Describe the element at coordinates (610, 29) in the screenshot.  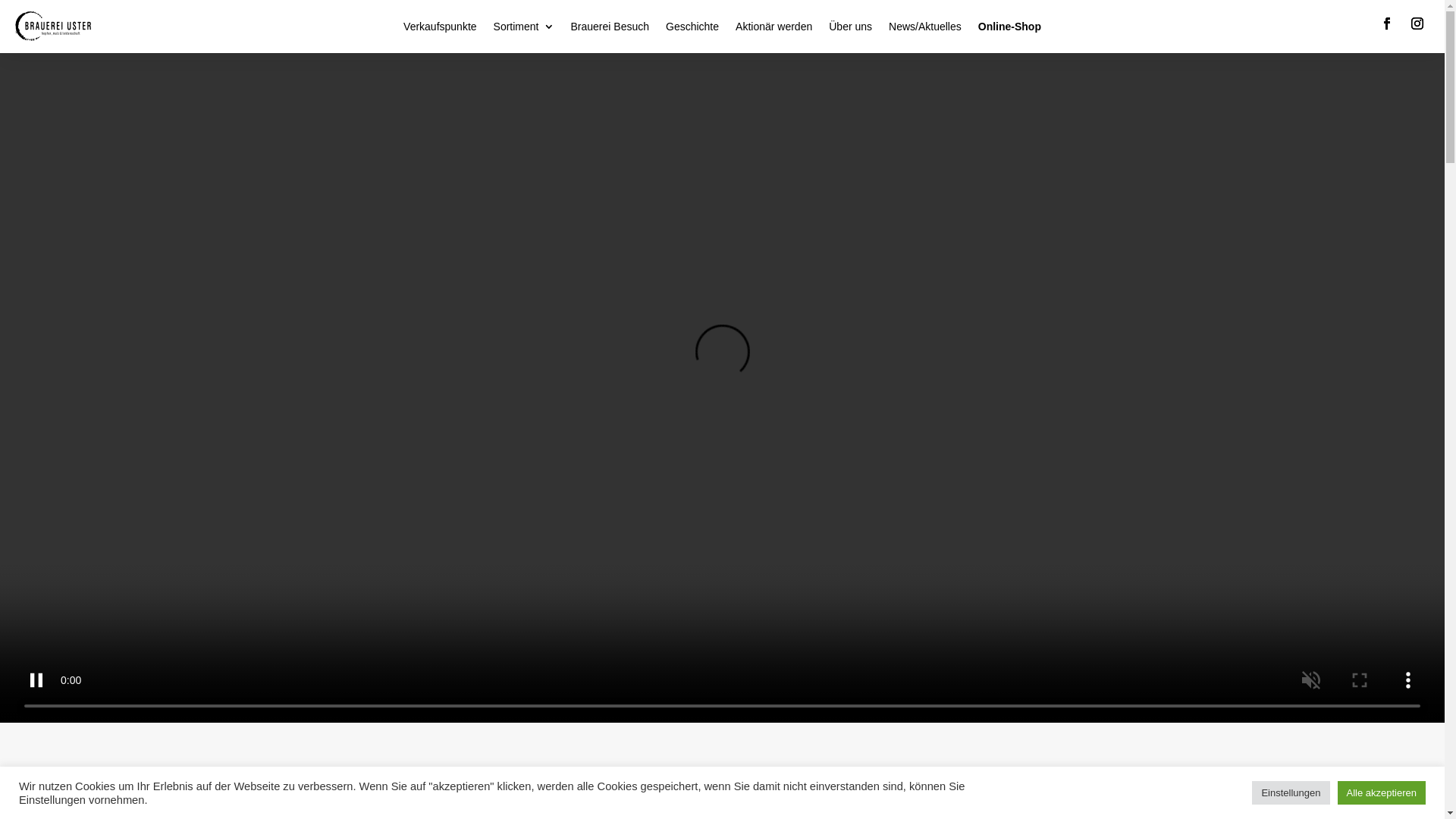
I see `'Brauerei Besuch'` at that location.